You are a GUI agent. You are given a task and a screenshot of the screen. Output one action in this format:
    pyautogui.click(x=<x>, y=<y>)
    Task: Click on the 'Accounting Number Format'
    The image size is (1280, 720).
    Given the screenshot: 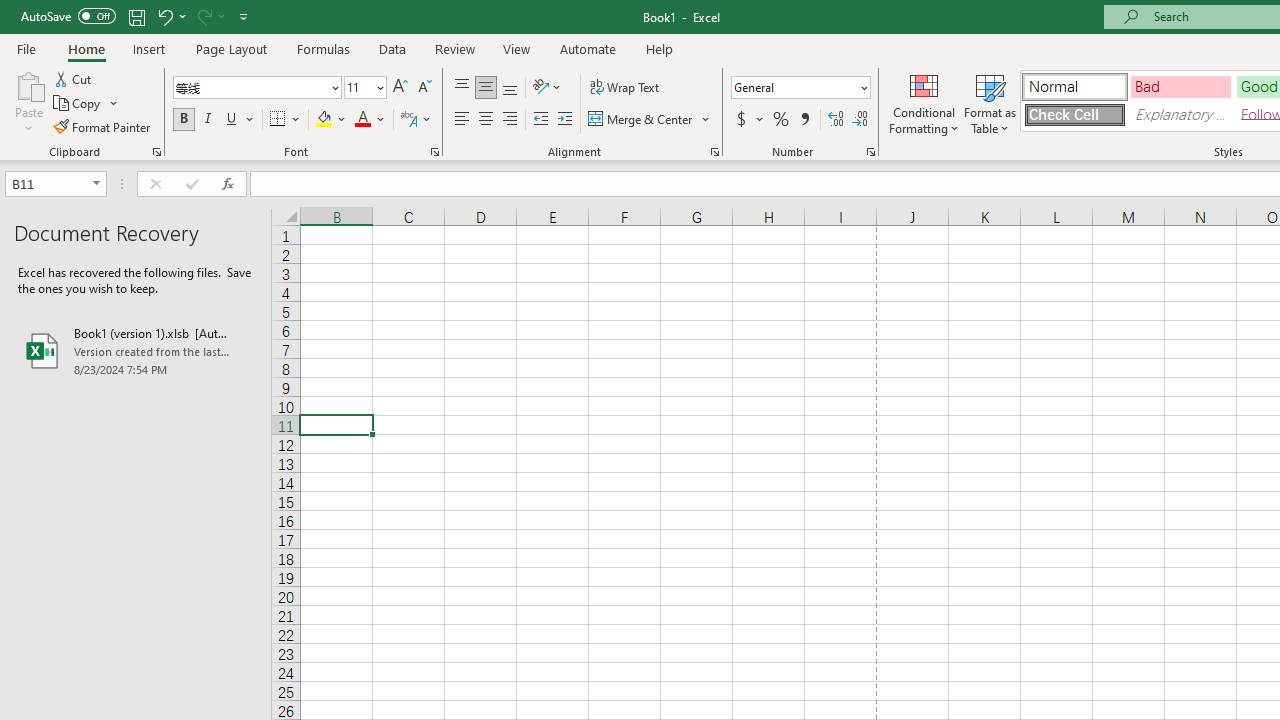 What is the action you would take?
    pyautogui.click(x=748, y=119)
    